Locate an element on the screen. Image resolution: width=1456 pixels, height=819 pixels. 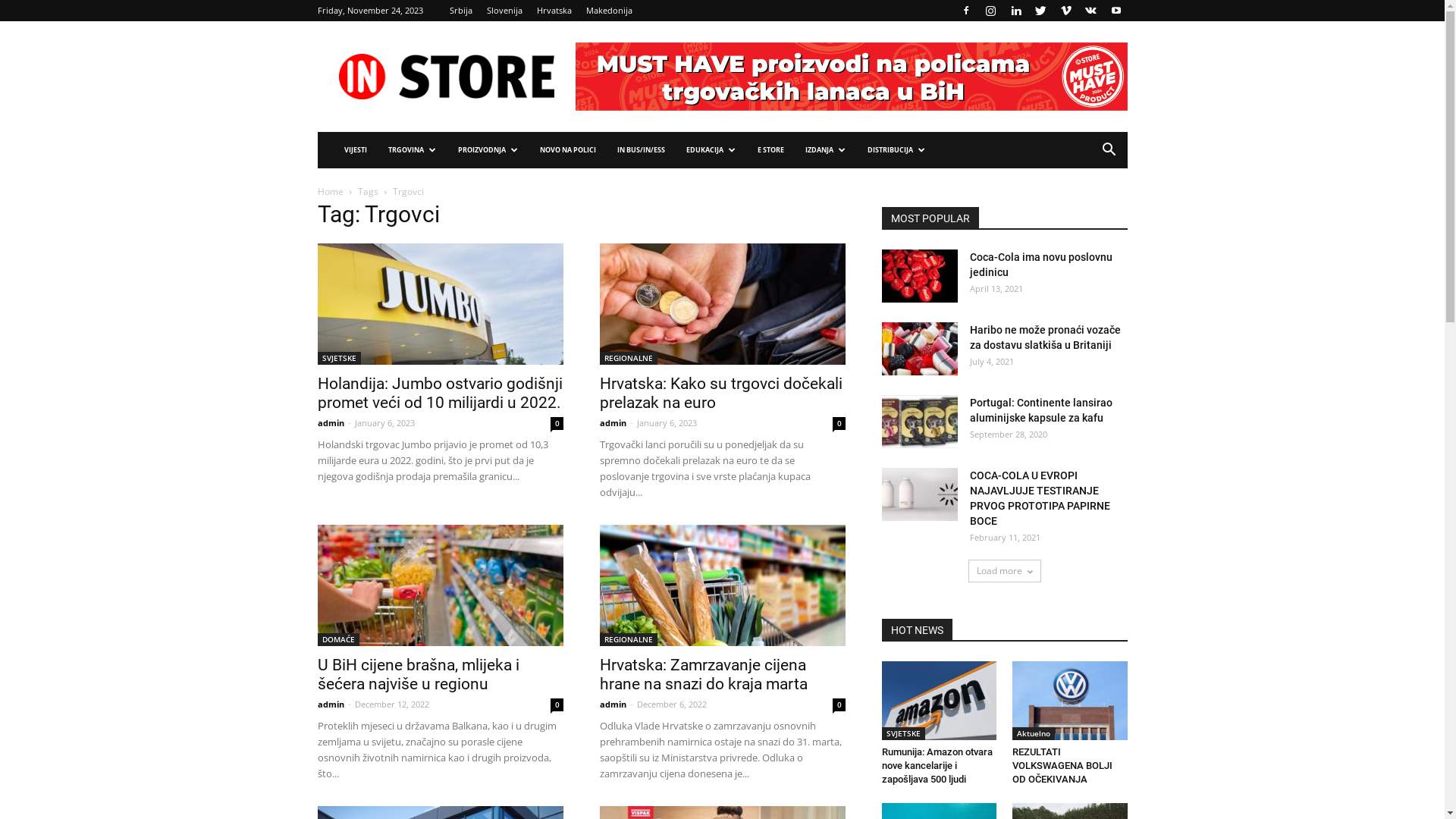
'Load more' is located at coordinates (1004, 570).